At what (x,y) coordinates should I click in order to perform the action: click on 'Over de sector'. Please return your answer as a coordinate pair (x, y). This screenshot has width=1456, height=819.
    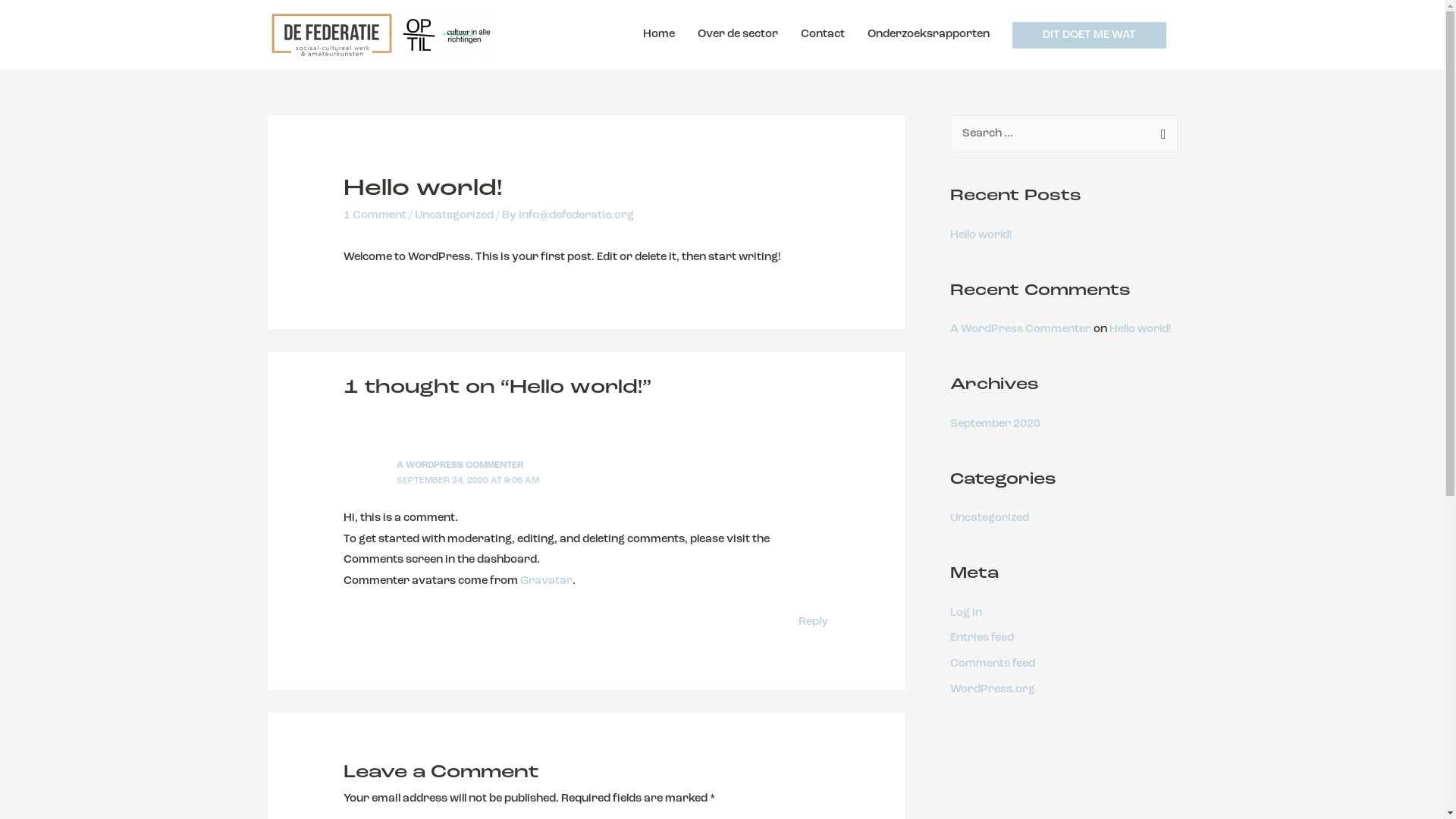
    Looking at the image, I should click on (736, 34).